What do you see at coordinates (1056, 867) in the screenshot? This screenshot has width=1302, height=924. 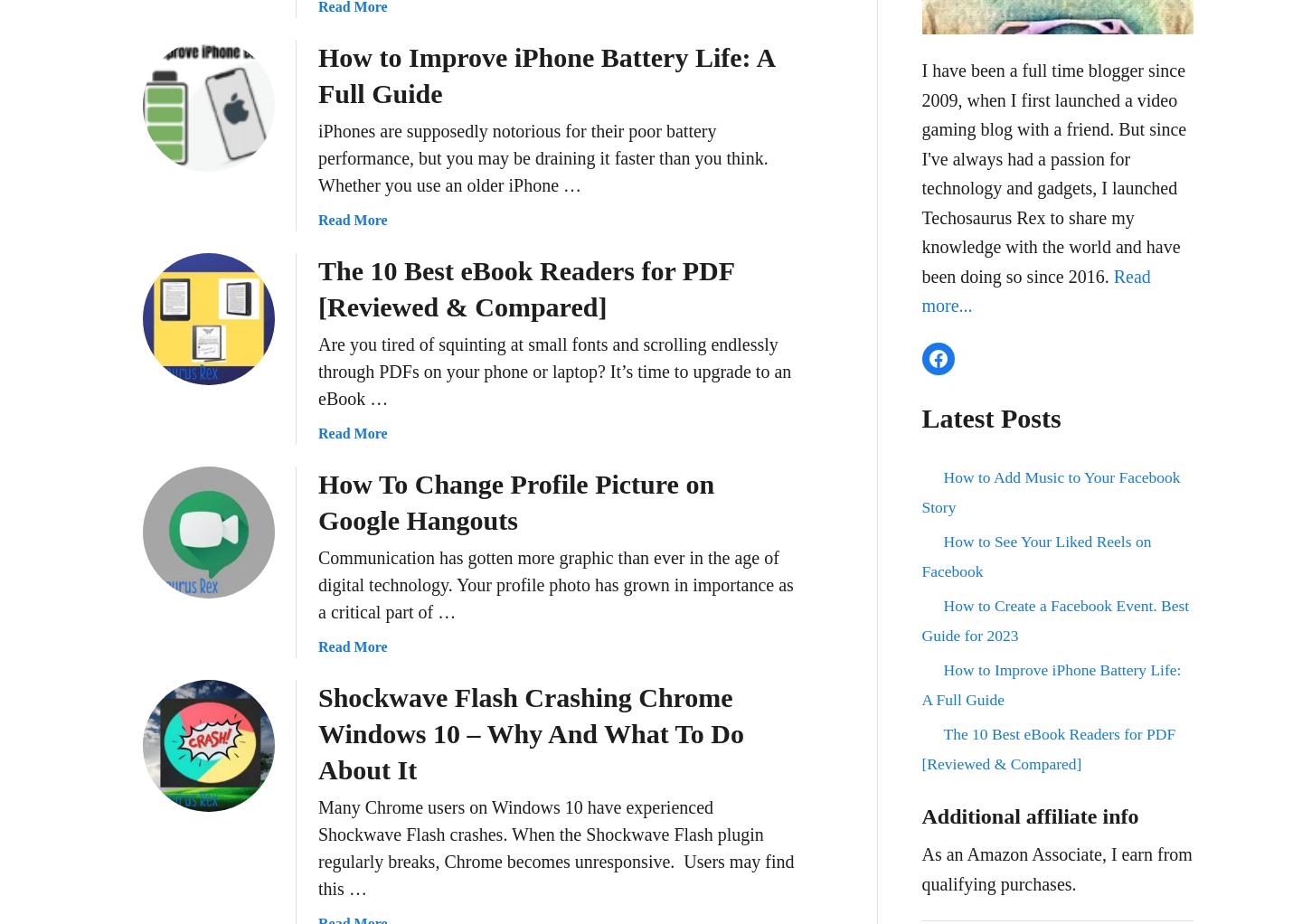 I see `'As an Amazon Associate, I earn from qualifying purchases.'` at bounding box center [1056, 867].